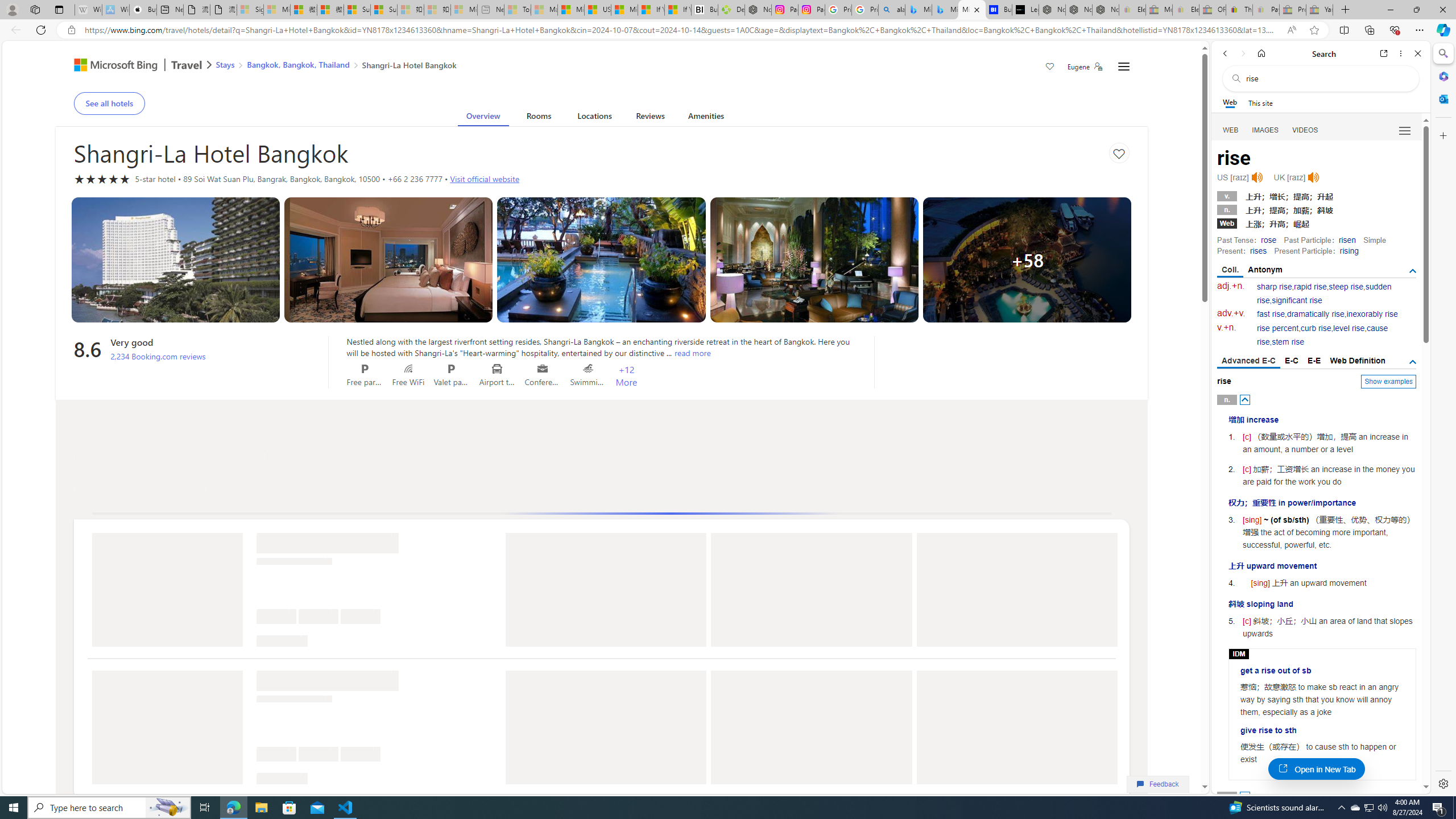 The width and height of the screenshot is (1456, 819). I want to click on 'Hotel room image + 58', so click(1027, 259).